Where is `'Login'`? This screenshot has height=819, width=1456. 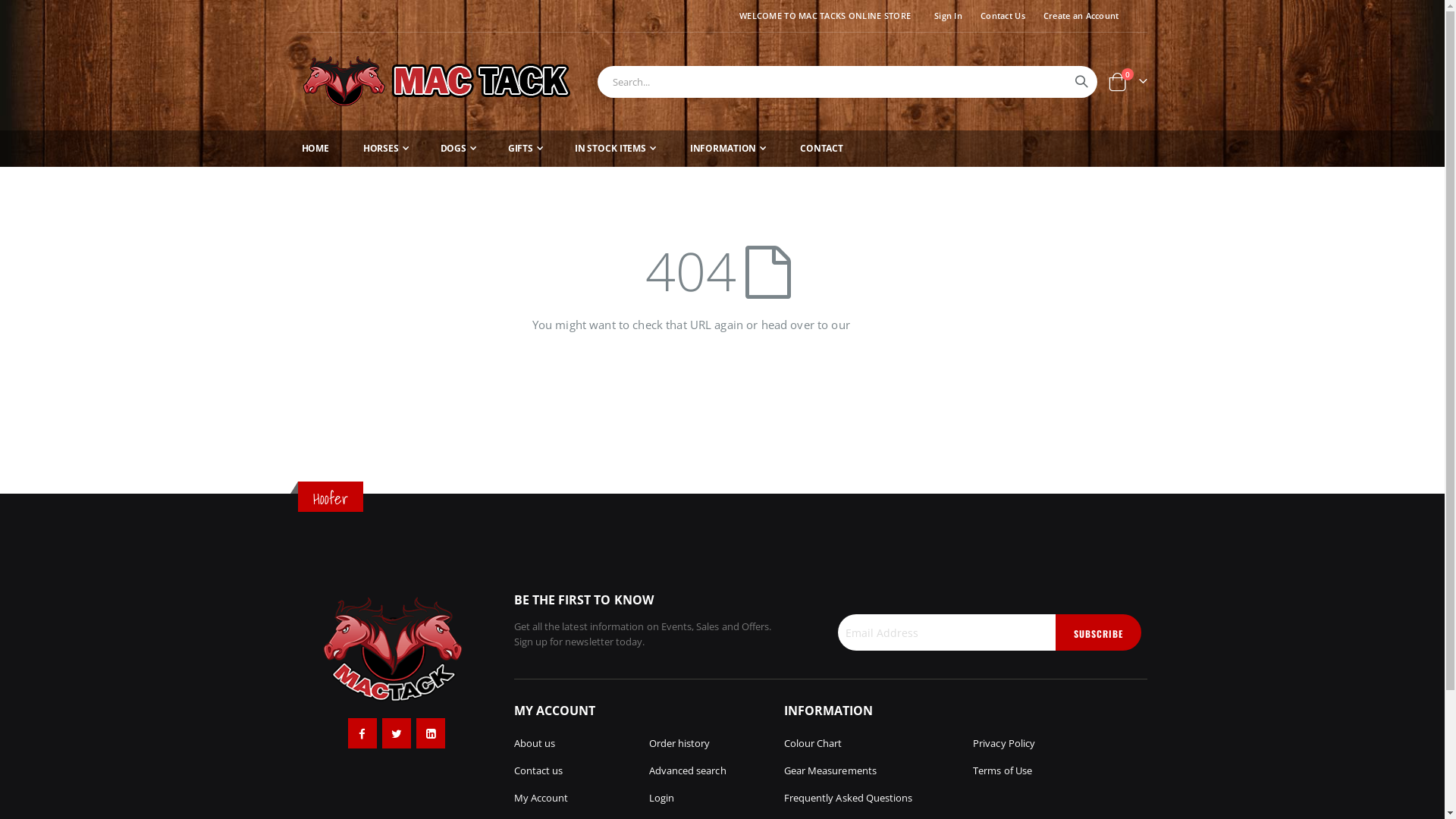 'Login' is located at coordinates (661, 797).